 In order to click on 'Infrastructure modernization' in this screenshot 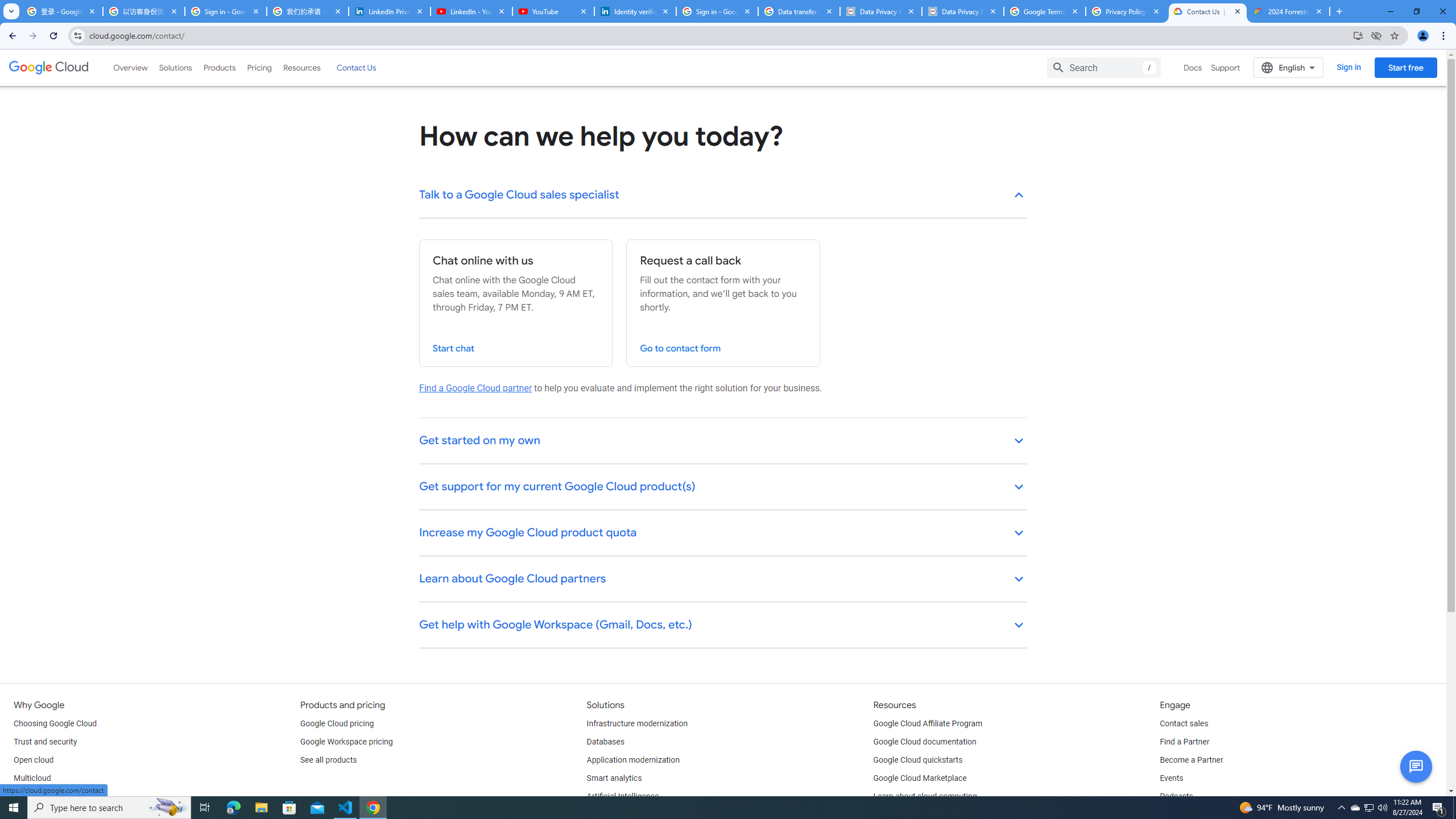, I will do `click(638, 723)`.